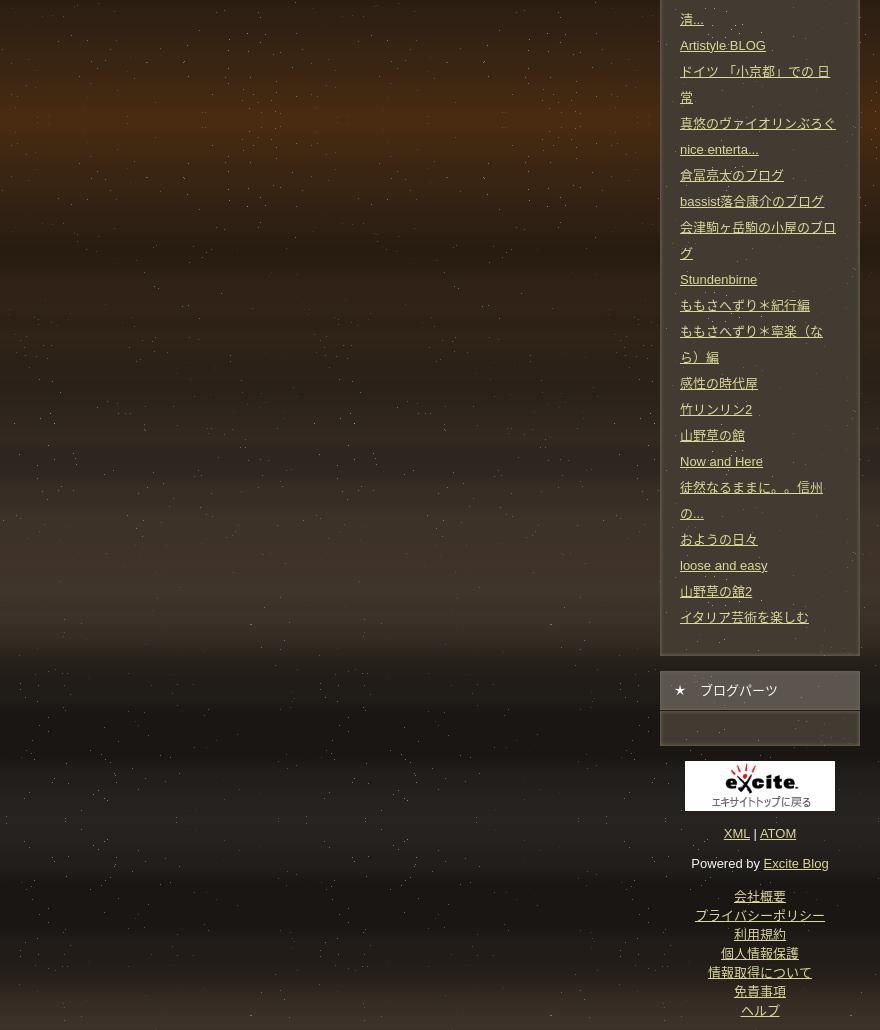 The height and width of the screenshot is (1030, 880). Describe the element at coordinates (726, 862) in the screenshot. I see `'Powered by'` at that location.